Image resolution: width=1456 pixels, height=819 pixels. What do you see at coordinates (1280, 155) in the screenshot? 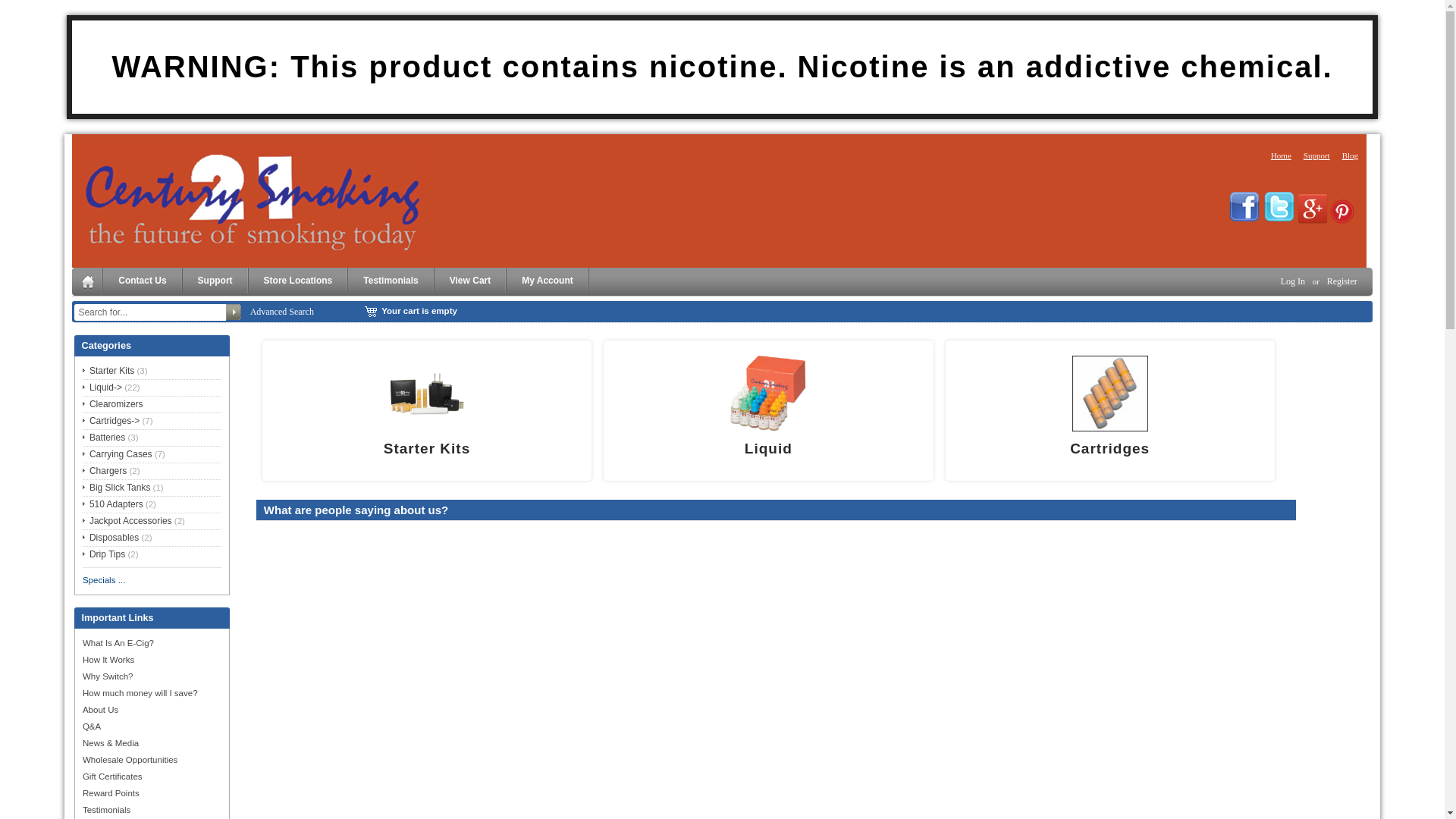
I see `'Home'` at bounding box center [1280, 155].